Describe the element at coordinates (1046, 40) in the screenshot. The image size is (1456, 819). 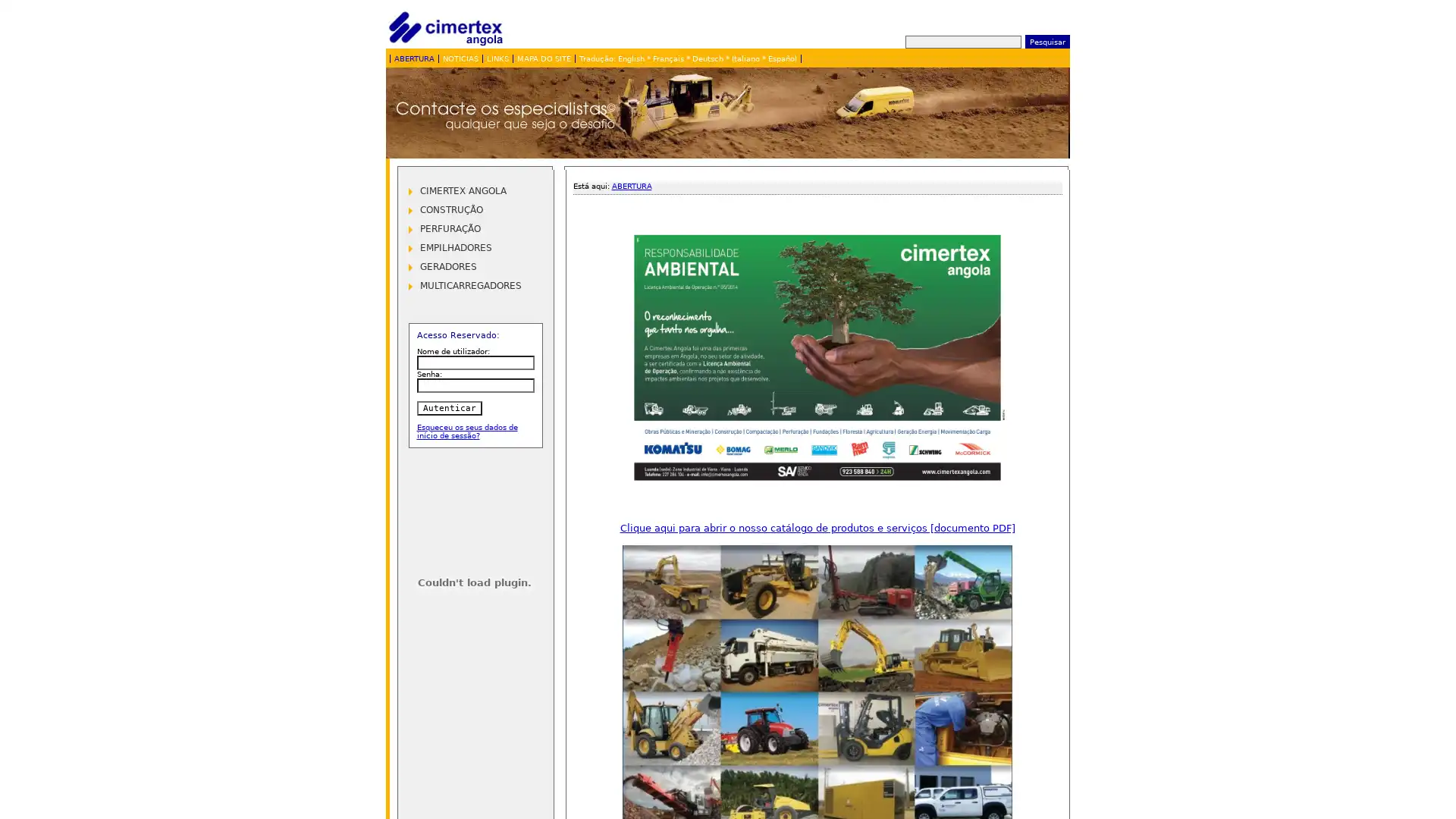
I see `Pesquisar` at that location.